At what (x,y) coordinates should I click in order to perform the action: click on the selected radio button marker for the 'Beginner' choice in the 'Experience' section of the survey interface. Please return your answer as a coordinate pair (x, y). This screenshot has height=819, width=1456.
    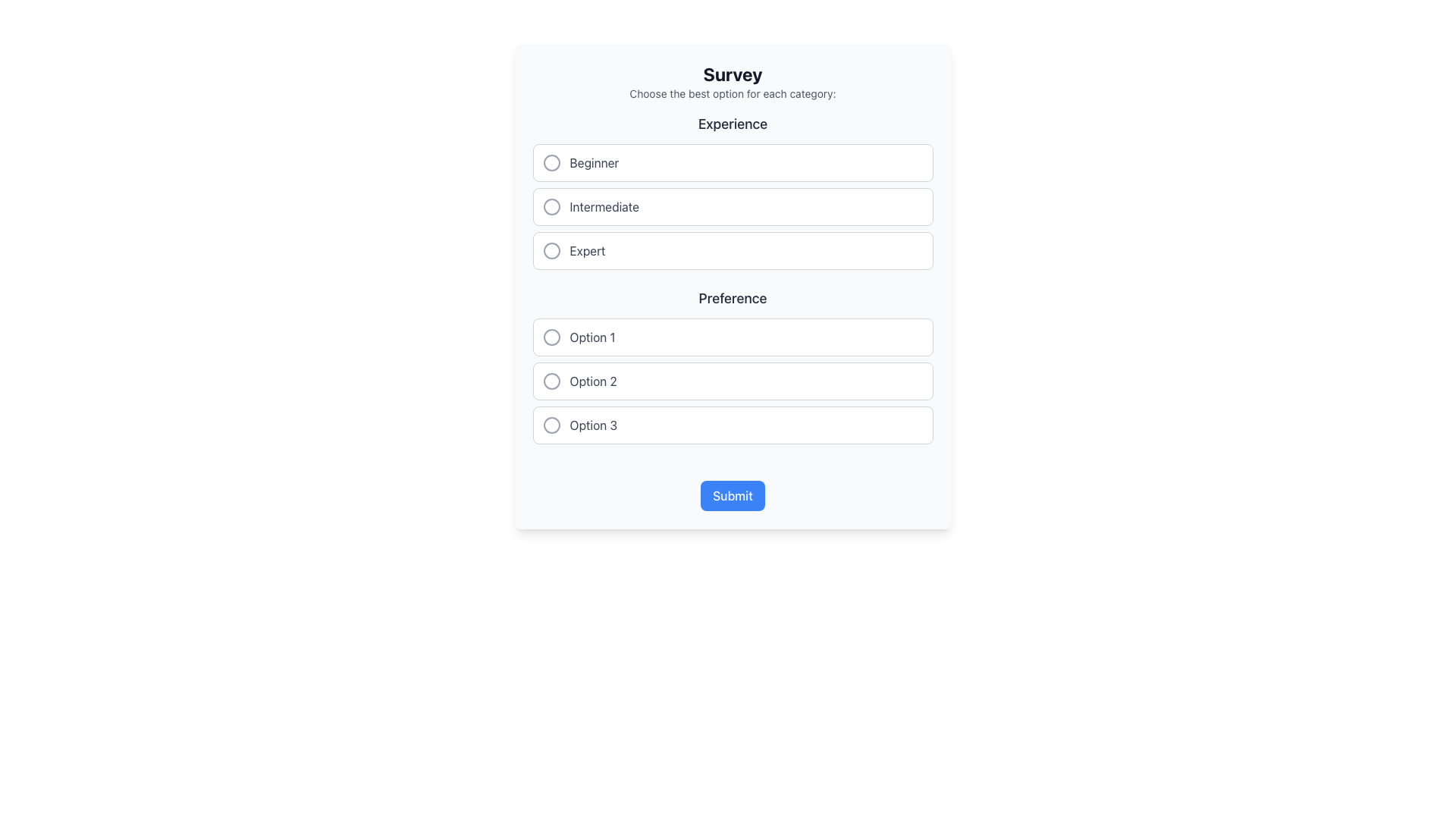
    Looking at the image, I should click on (551, 163).